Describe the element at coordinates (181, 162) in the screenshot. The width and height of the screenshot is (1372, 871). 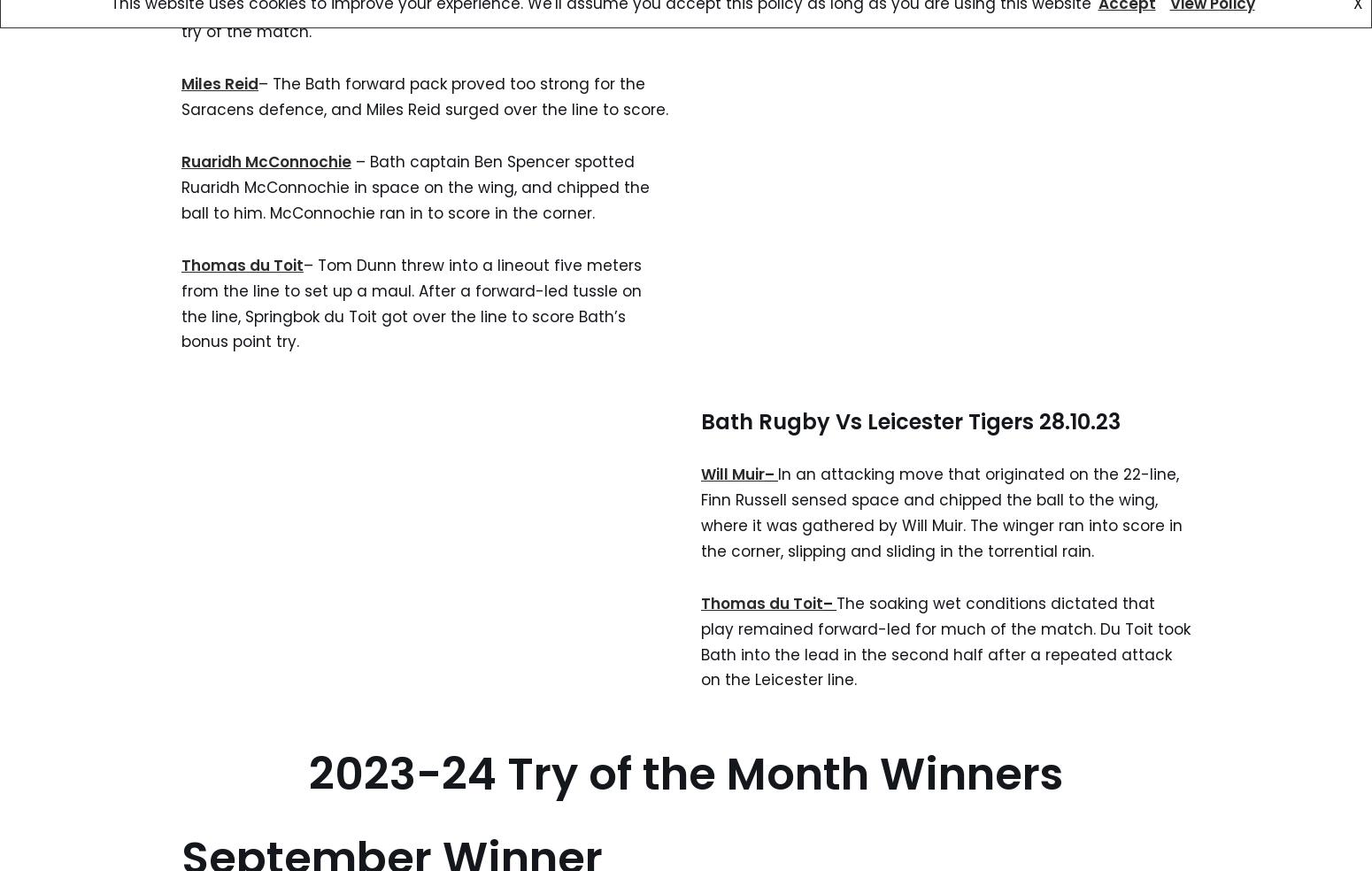
I see `'Ruaridh McConnochie'` at that location.